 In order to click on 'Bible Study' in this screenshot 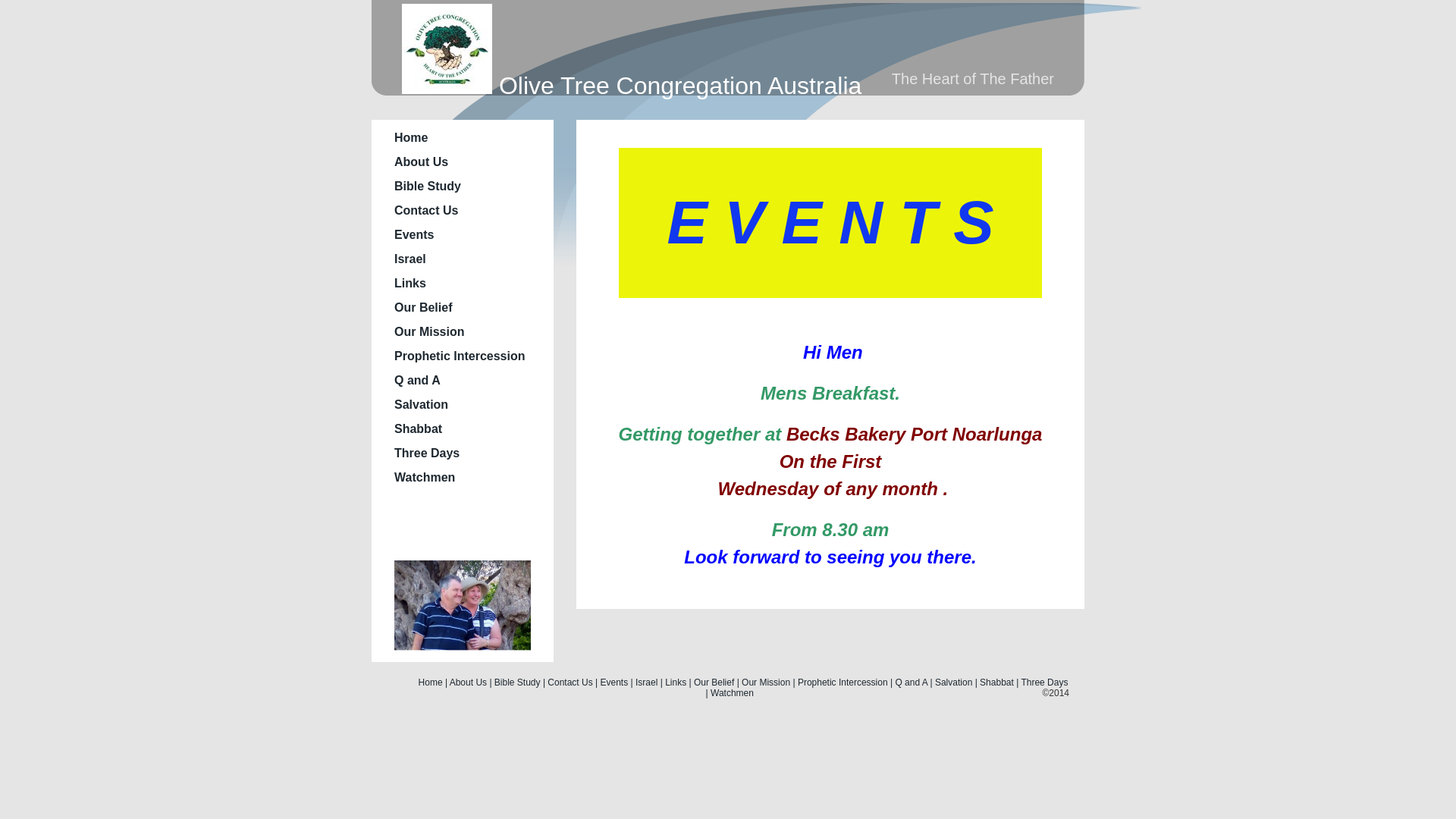, I will do `click(517, 681)`.